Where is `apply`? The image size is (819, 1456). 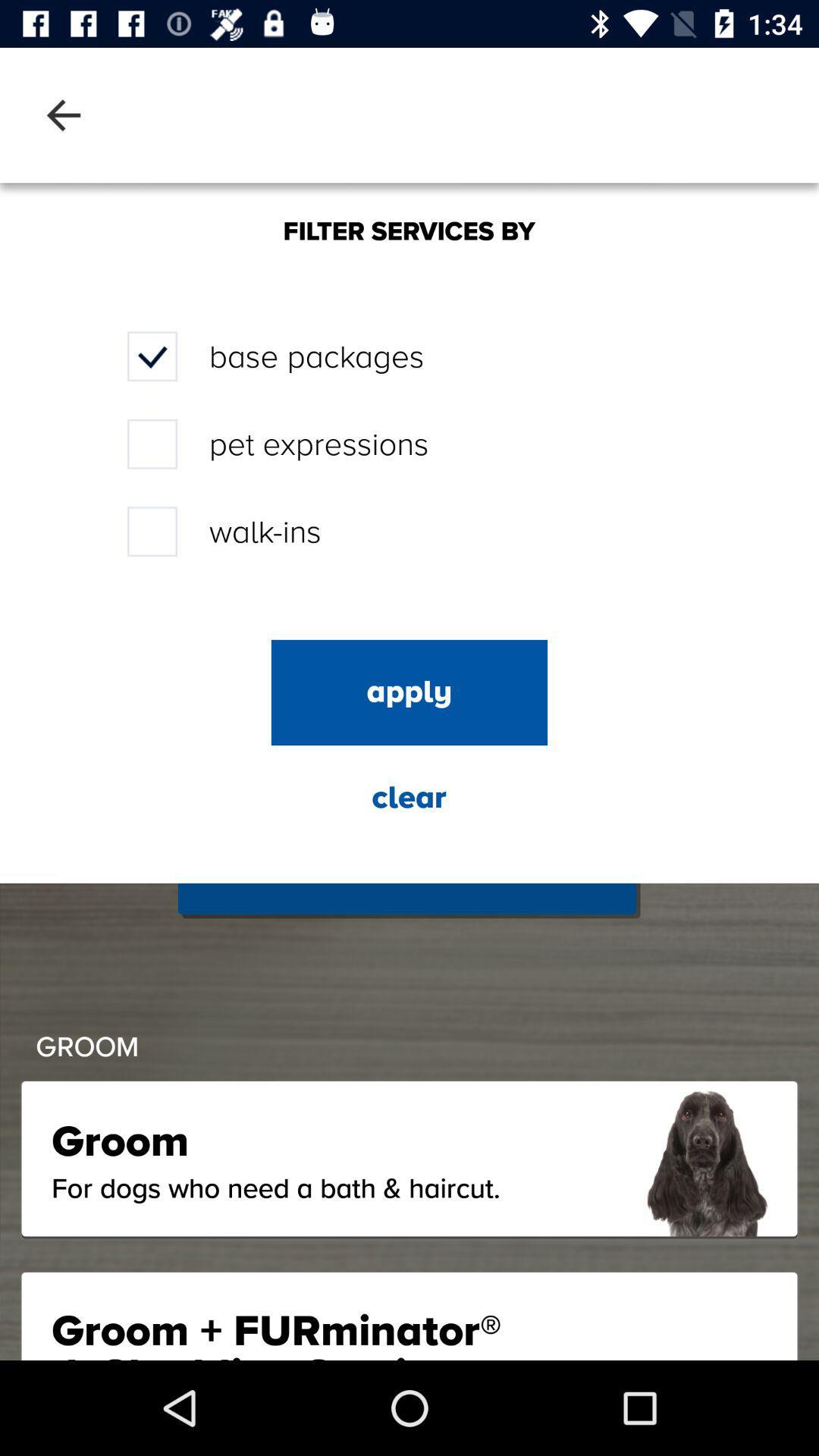 apply is located at coordinates (409, 692).